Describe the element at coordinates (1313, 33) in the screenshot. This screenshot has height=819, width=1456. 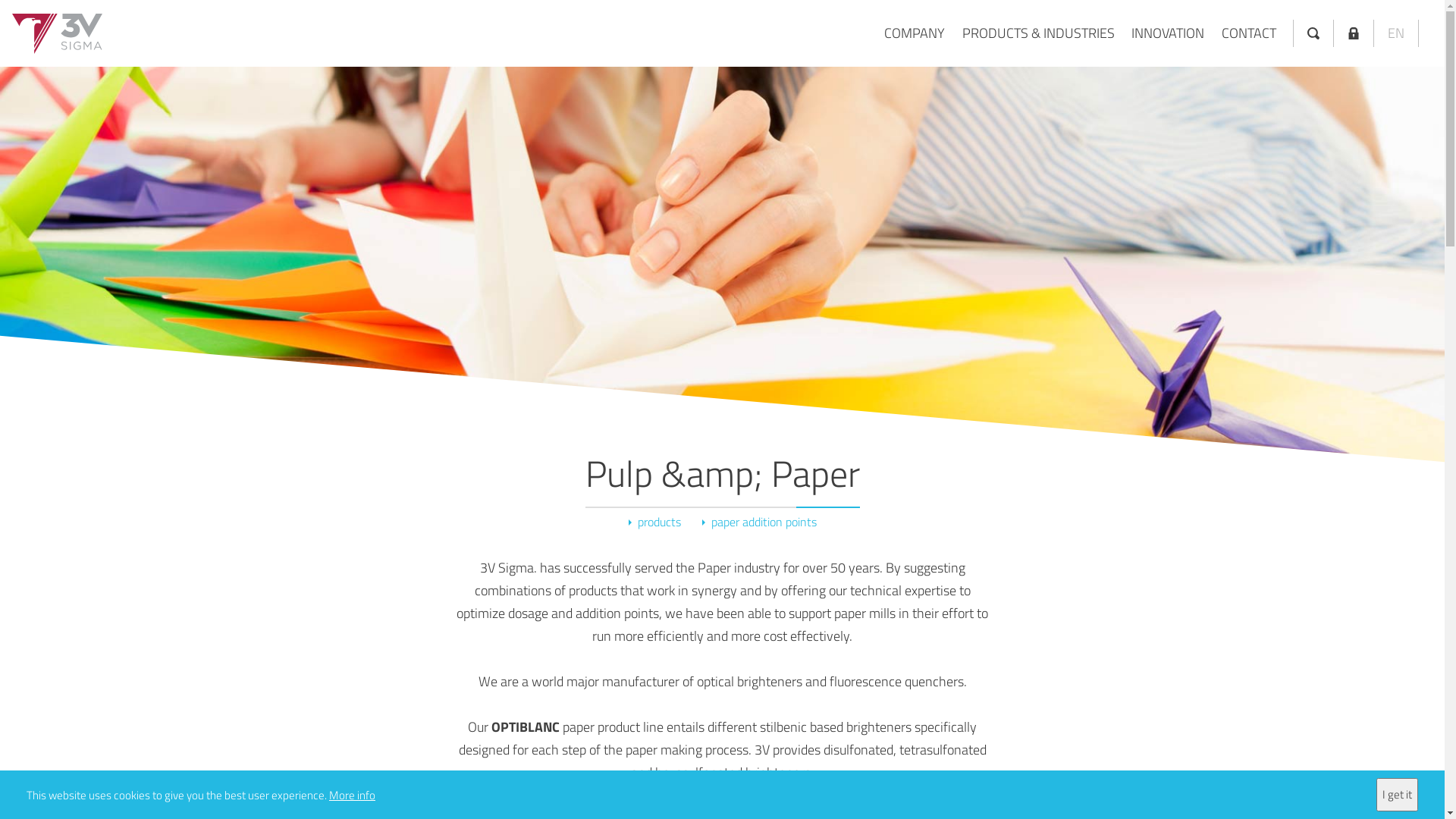
I see `'Search'` at that location.